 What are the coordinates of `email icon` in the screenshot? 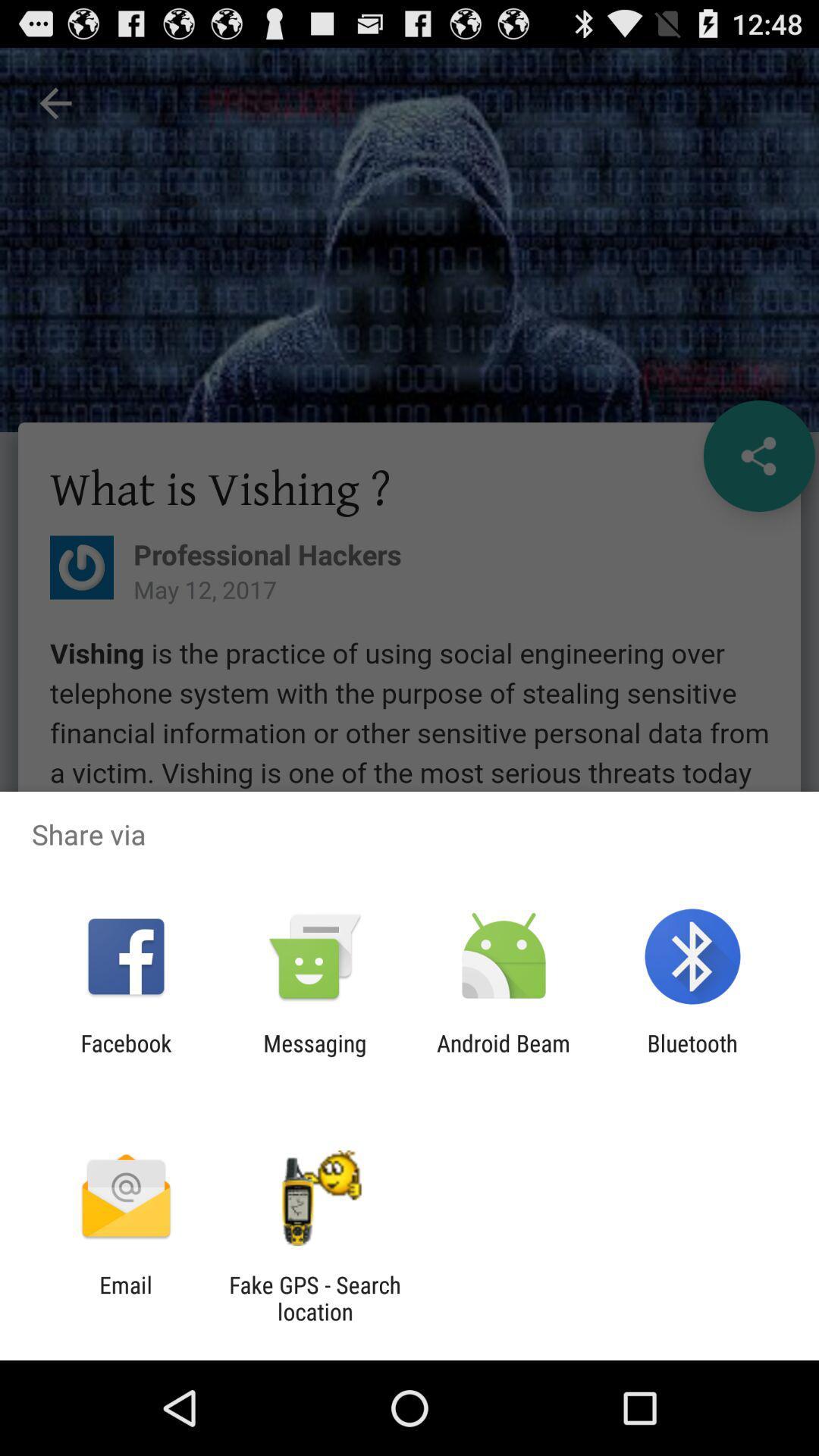 It's located at (125, 1298).